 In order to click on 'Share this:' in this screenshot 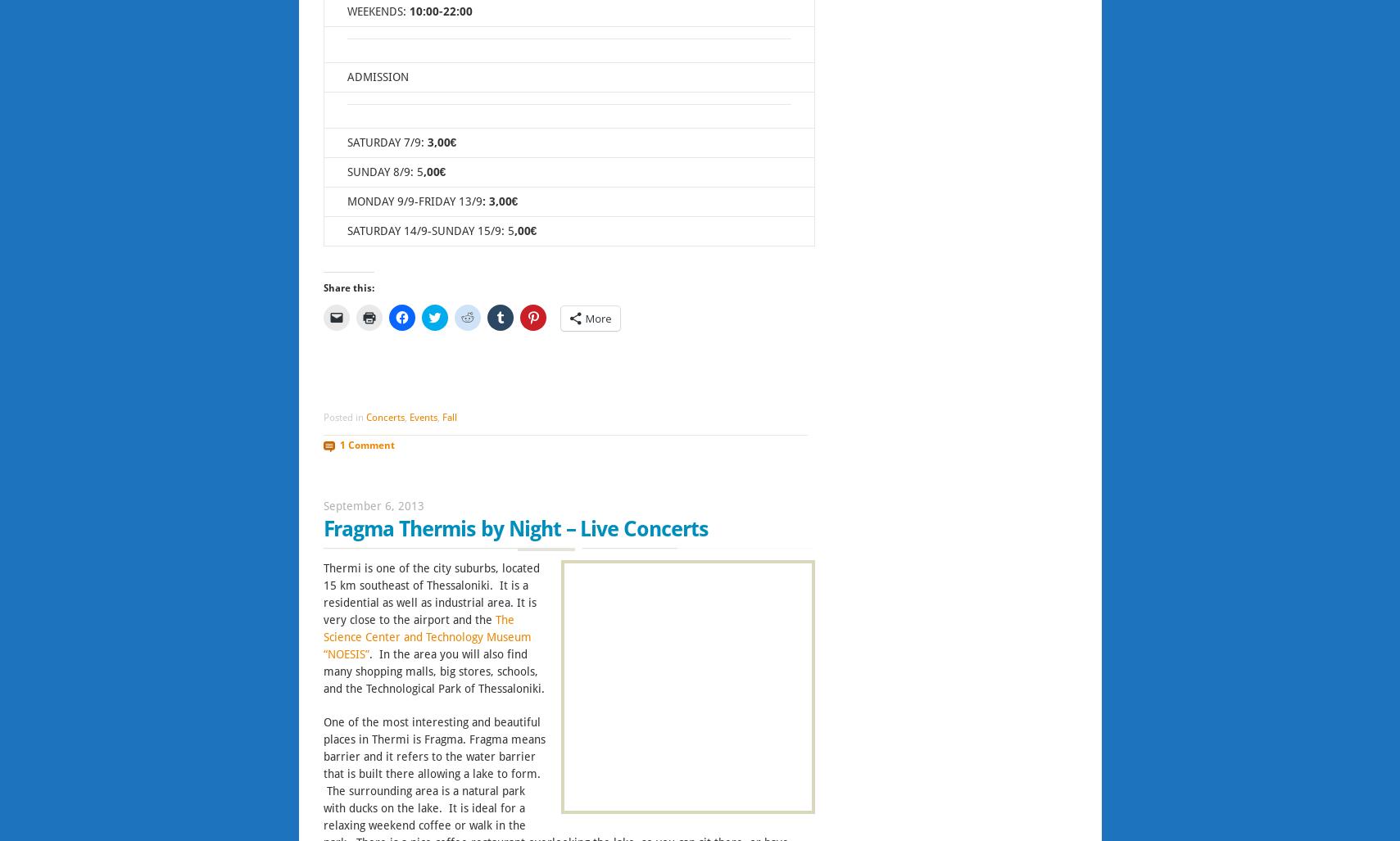, I will do `click(347, 288)`.